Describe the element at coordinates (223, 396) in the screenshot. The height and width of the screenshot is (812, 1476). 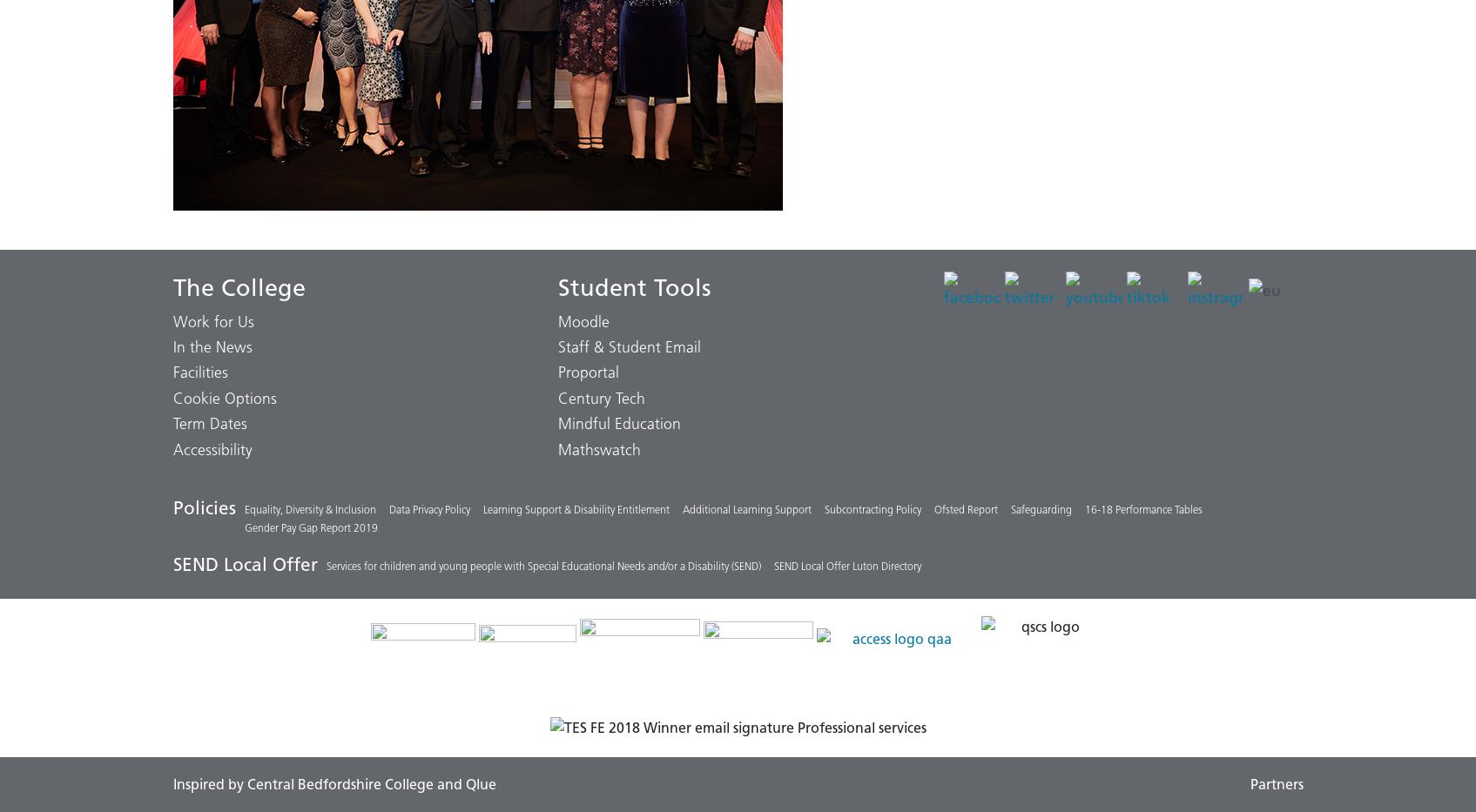
I see `'Cookie Options'` at that location.